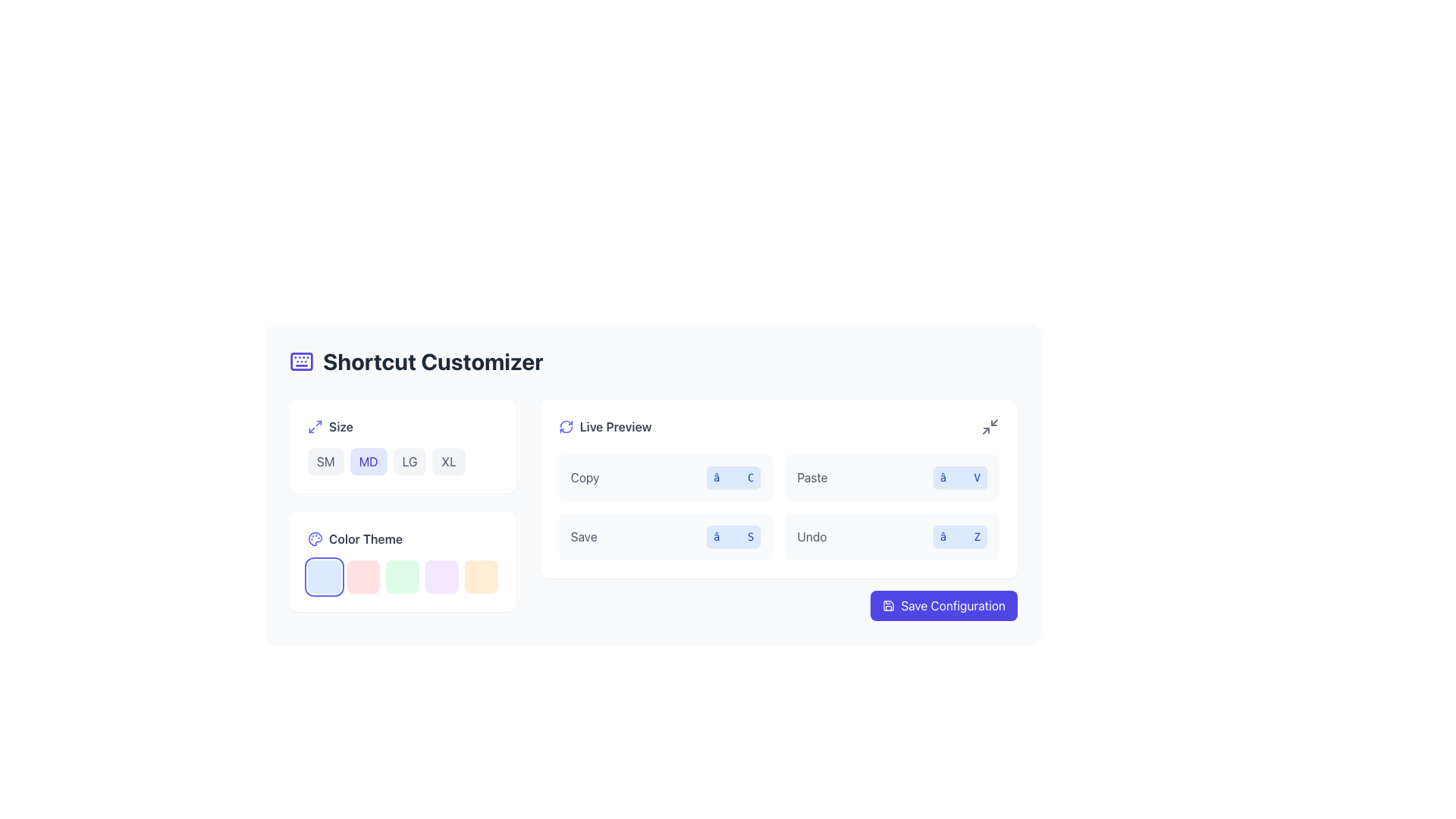 Image resolution: width=1456 pixels, height=819 pixels. Describe the element at coordinates (403, 576) in the screenshot. I see `the third button from the left in the 'Color Theme' row of the 'Shortcut Customizer'` at that location.